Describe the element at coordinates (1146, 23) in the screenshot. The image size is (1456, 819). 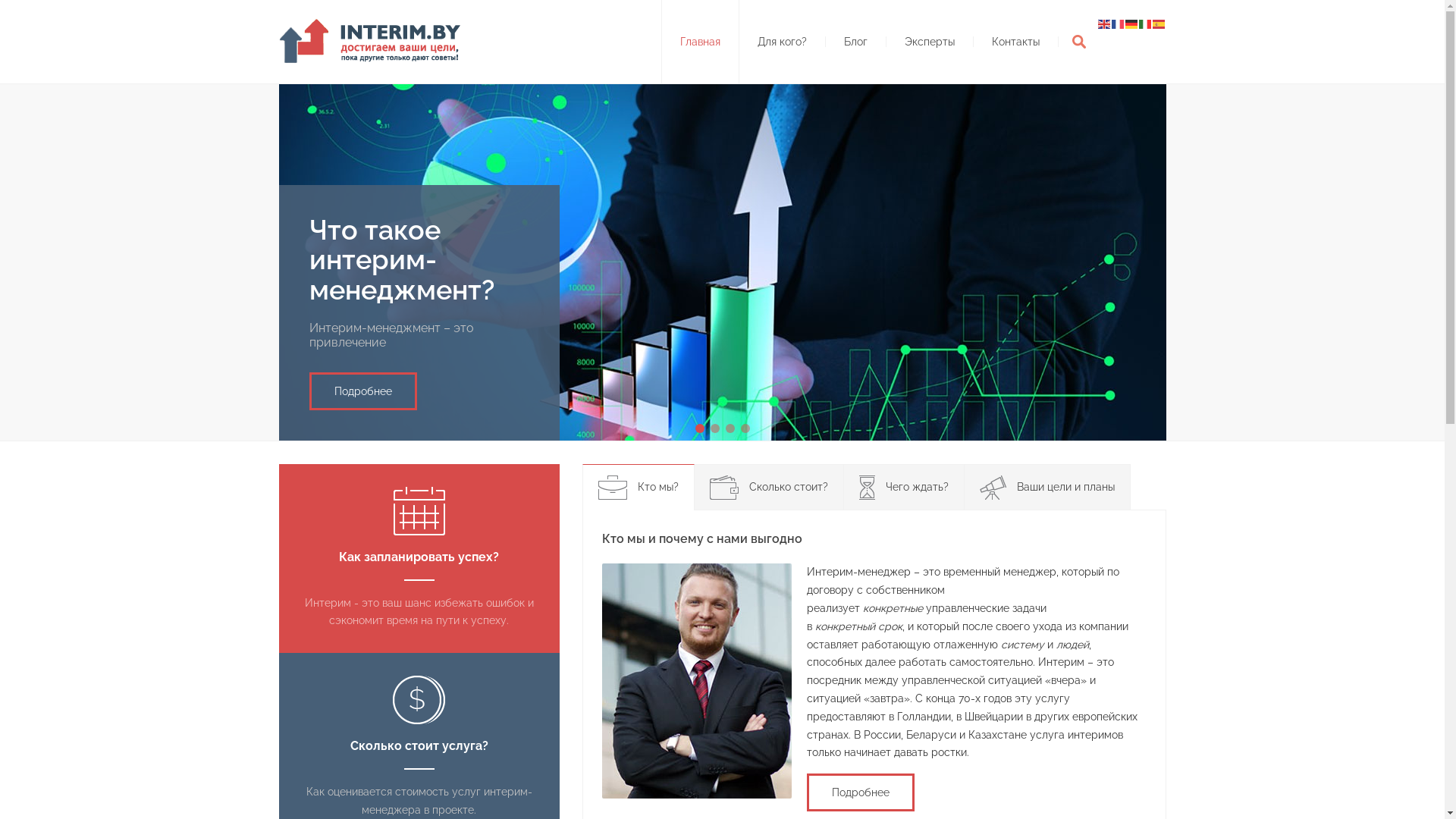
I see `'Italian'` at that location.